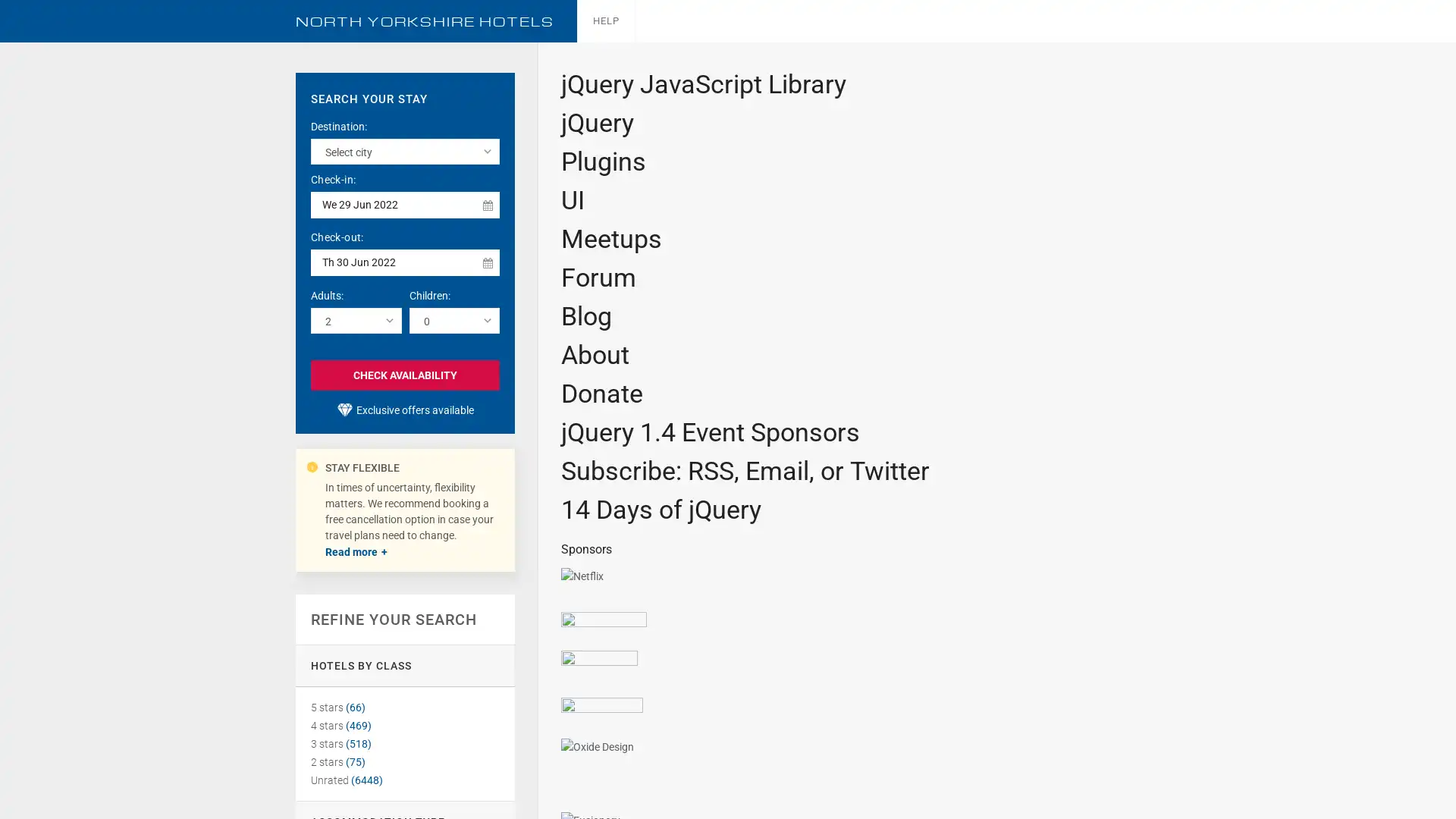 The height and width of the screenshot is (819, 1456). Describe the element at coordinates (405, 374) in the screenshot. I see `CHECK AVAILABILITY` at that location.